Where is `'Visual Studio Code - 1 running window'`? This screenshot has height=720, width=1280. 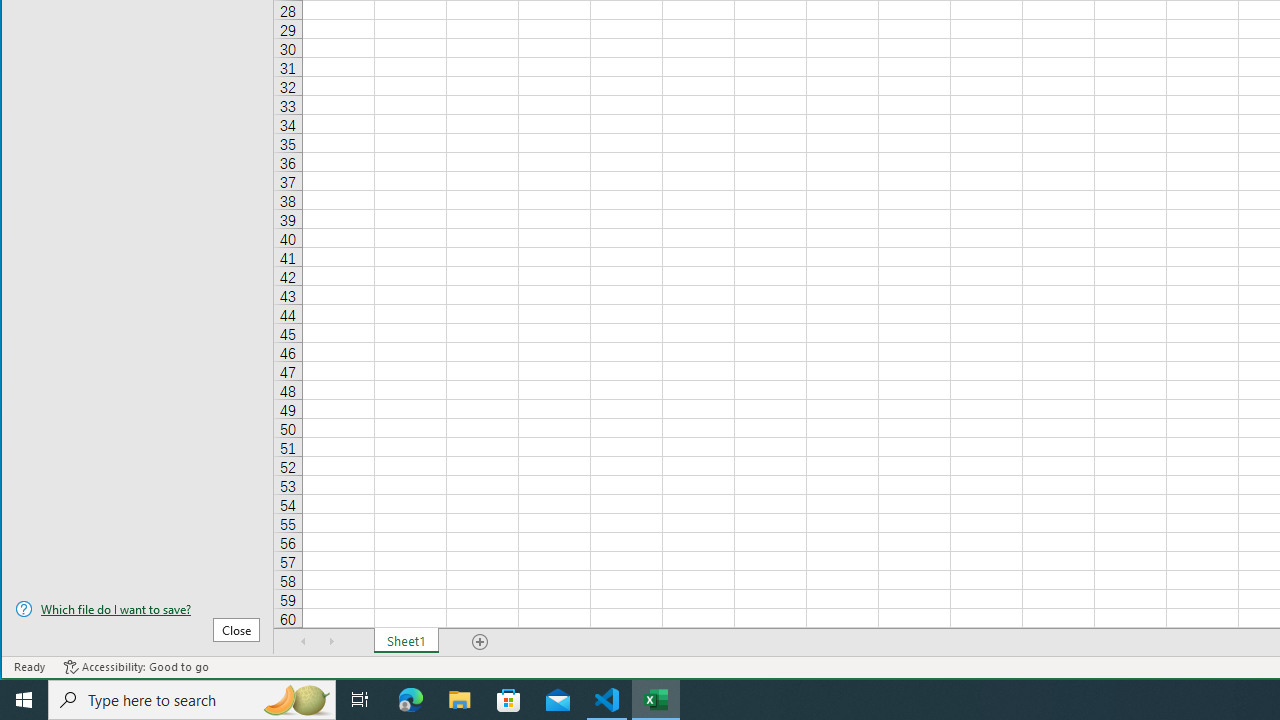
'Visual Studio Code - 1 running window' is located at coordinates (606, 698).